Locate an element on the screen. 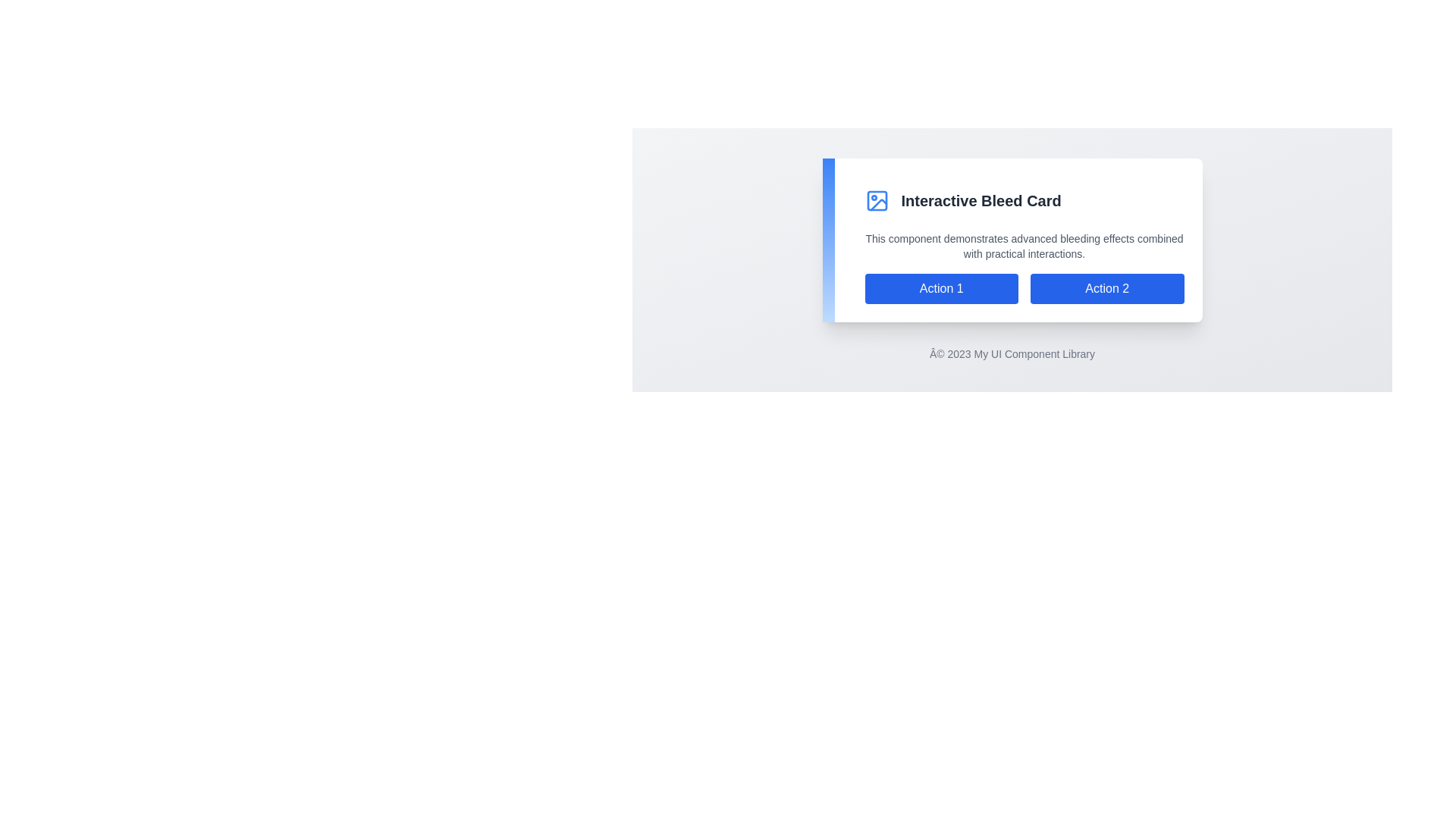 The height and width of the screenshot is (819, 1456). the 'Interactive Bleed Card' header element at the top of the card component for interaction is located at coordinates (1024, 203).